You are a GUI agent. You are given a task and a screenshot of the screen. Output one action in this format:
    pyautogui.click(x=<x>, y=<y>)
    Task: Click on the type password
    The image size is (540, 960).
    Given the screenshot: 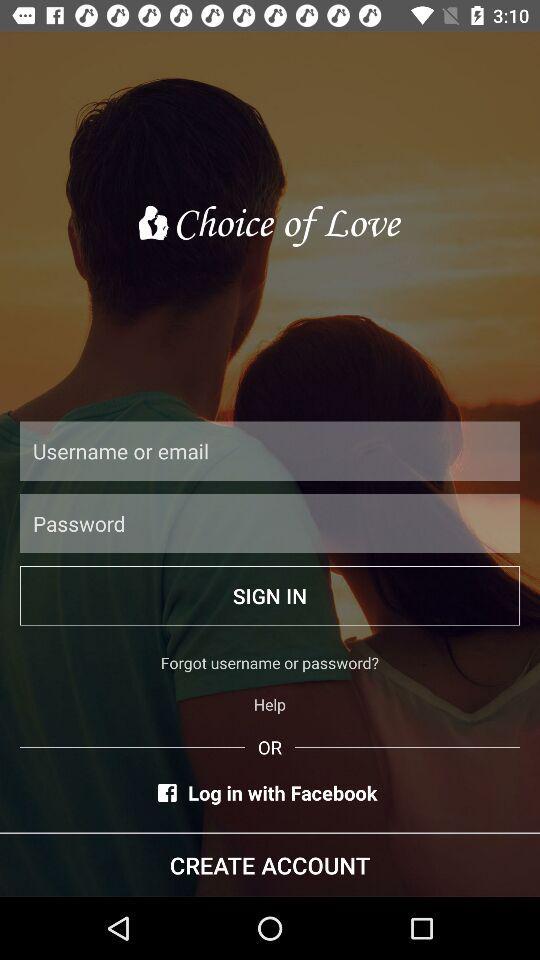 What is the action you would take?
    pyautogui.click(x=270, y=522)
    